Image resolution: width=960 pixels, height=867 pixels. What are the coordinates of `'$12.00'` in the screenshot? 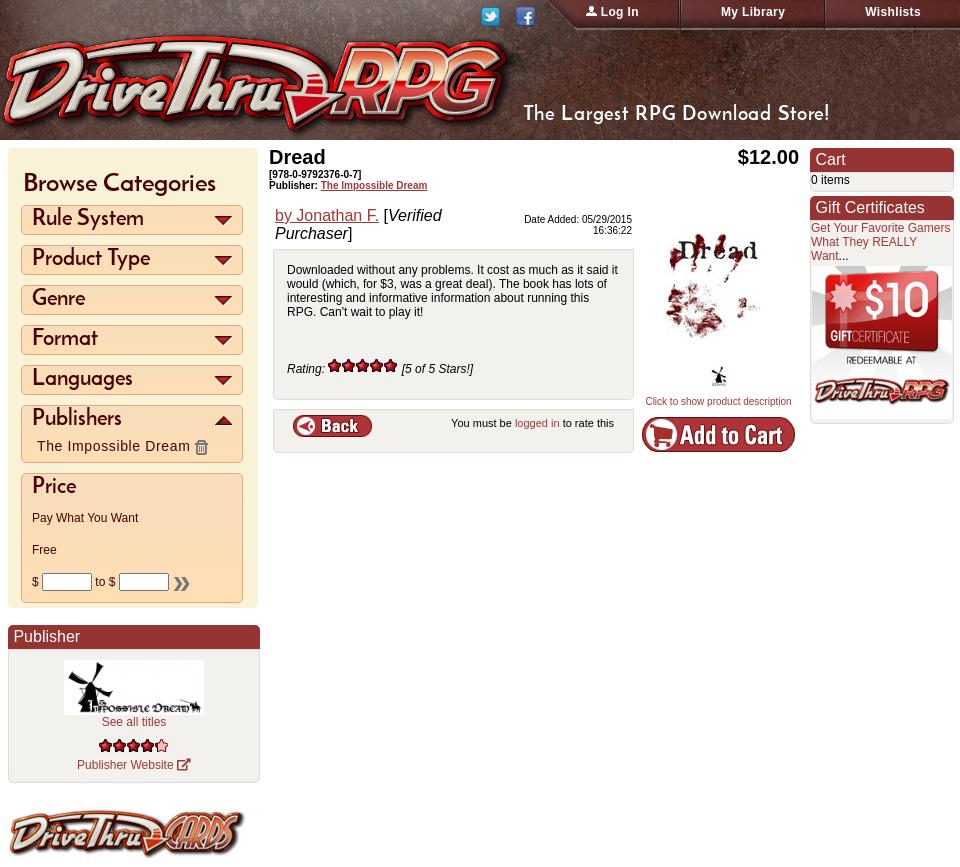 It's located at (767, 157).